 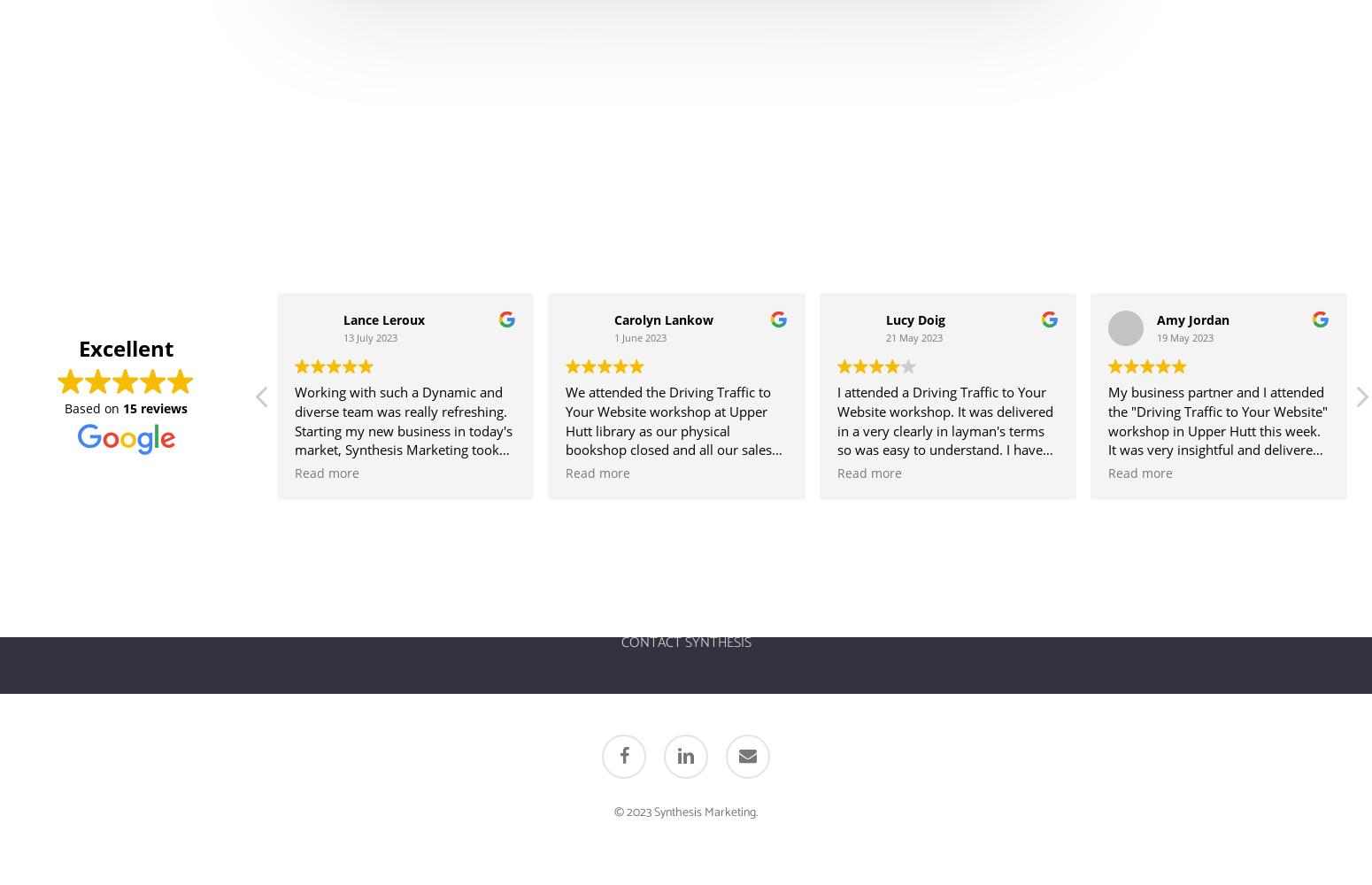 I want to click on '1 June 2023', so click(x=613, y=336).